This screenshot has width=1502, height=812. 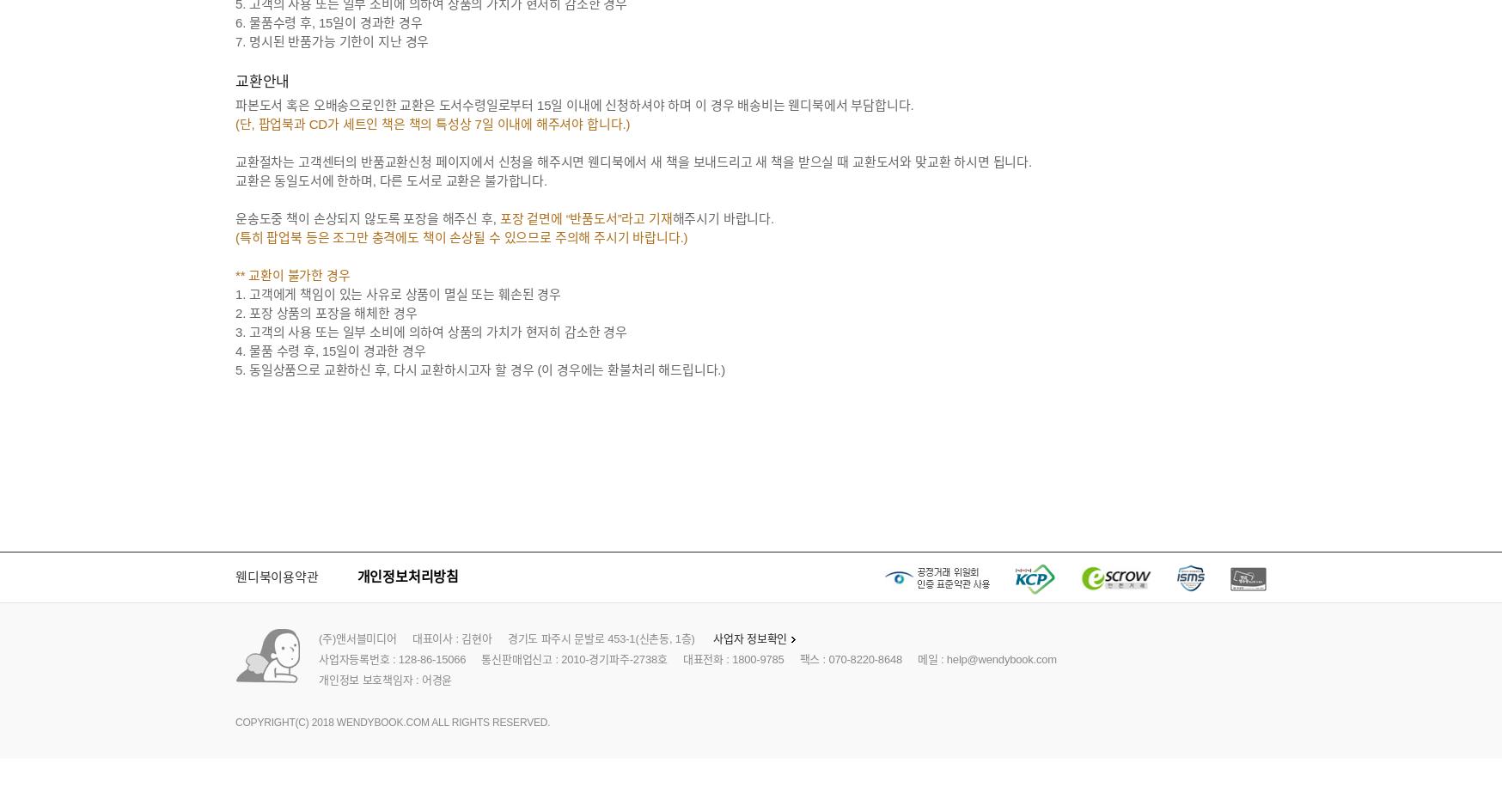 What do you see at coordinates (318, 638) in the screenshot?
I see `'(주)앤서블미디어'` at bounding box center [318, 638].